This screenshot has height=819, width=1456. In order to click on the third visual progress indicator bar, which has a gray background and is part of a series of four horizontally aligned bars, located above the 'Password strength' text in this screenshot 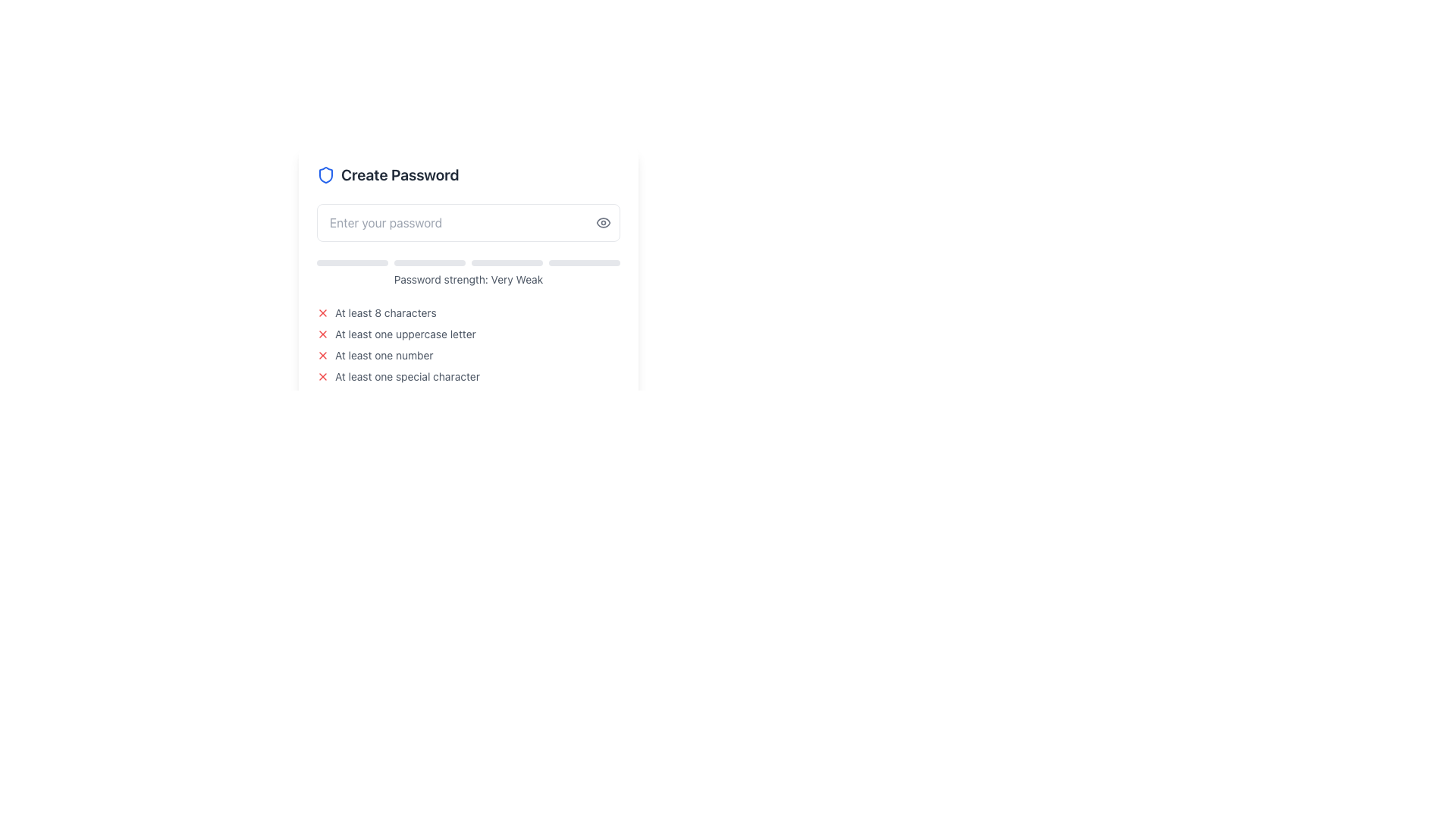, I will do `click(507, 262)`.